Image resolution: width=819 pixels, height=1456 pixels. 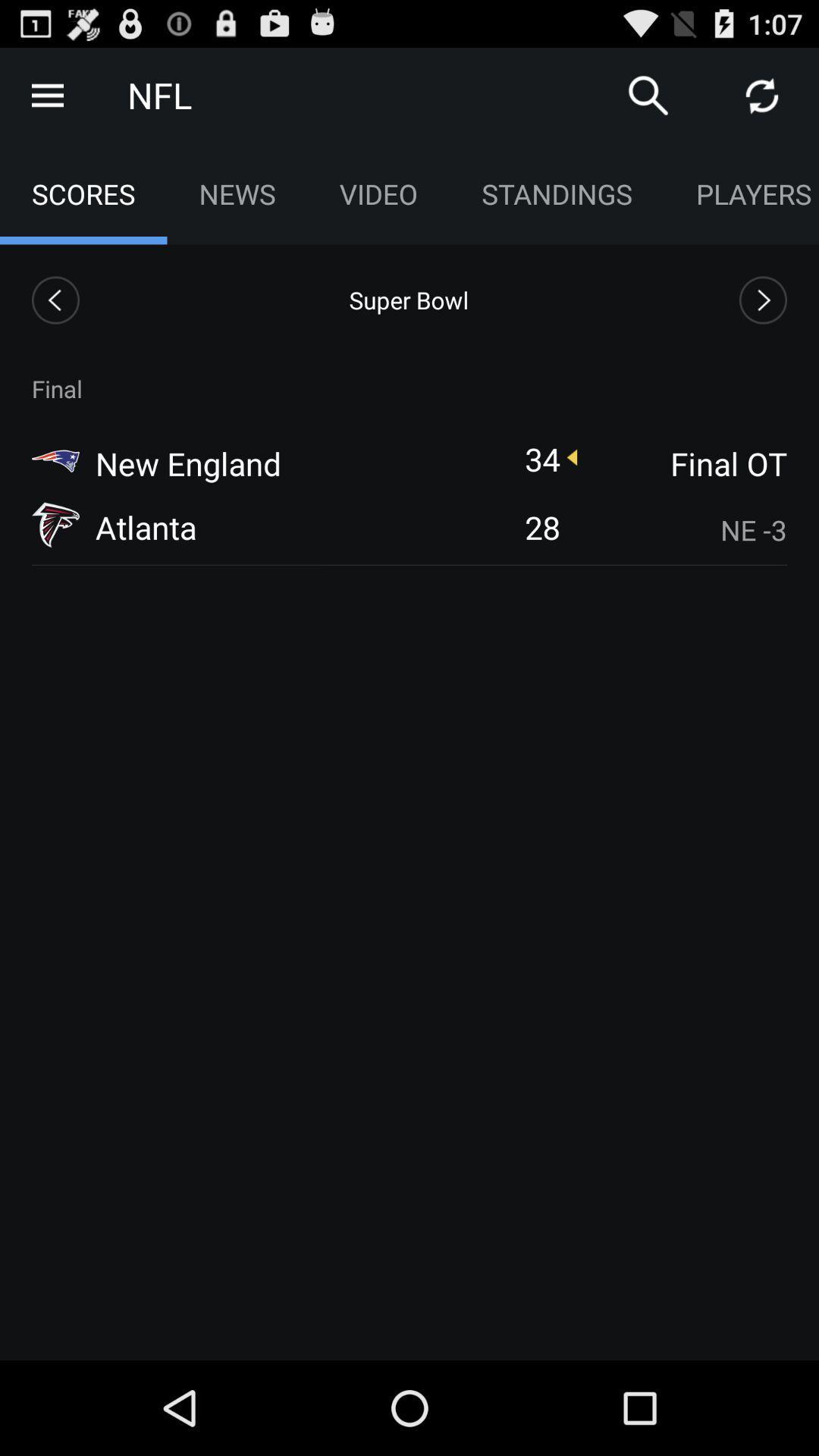 I want to click on search application, so click(x=648, y=94).